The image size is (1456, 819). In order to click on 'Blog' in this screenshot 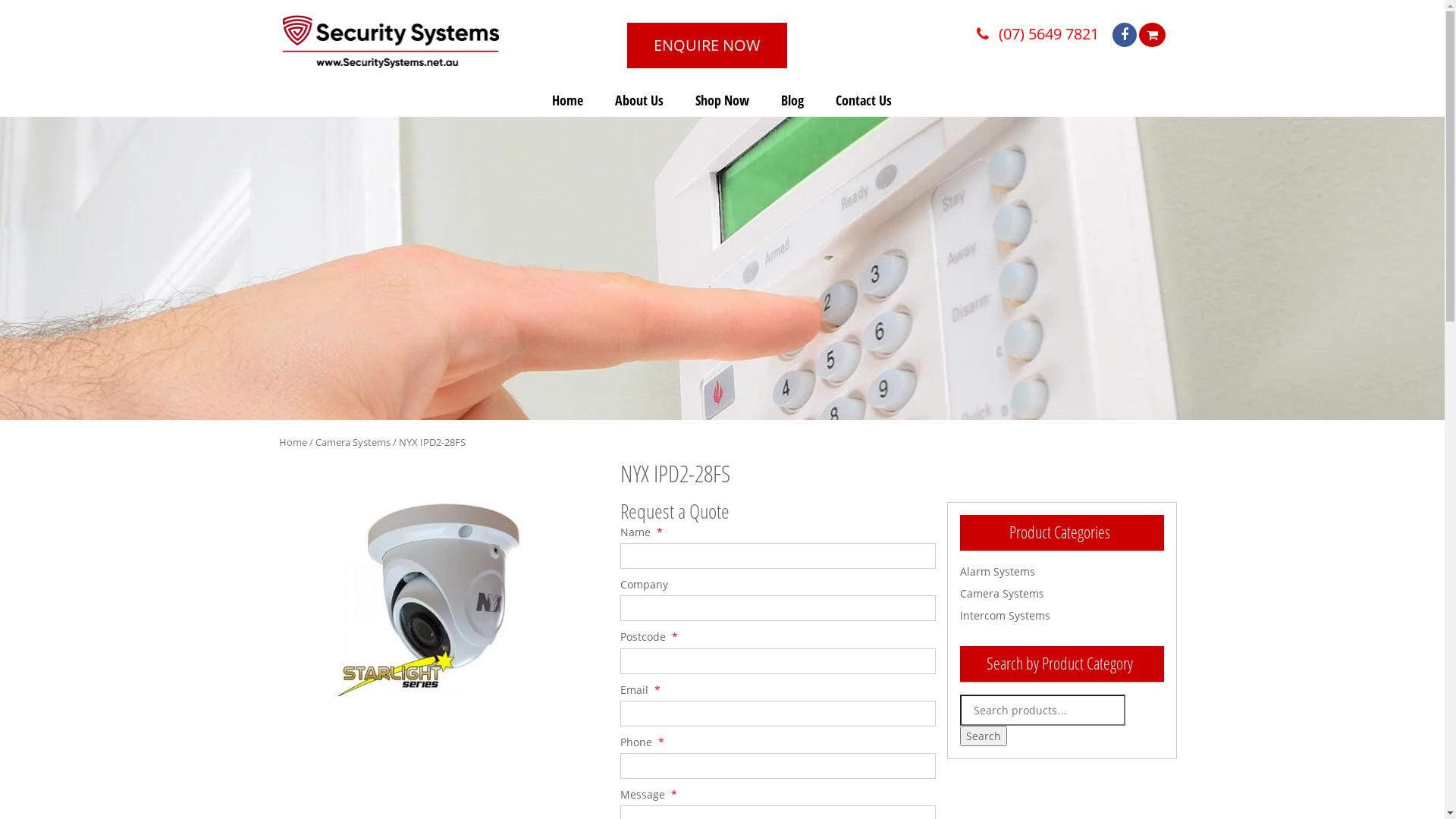, I will do `click(792, 99)`.